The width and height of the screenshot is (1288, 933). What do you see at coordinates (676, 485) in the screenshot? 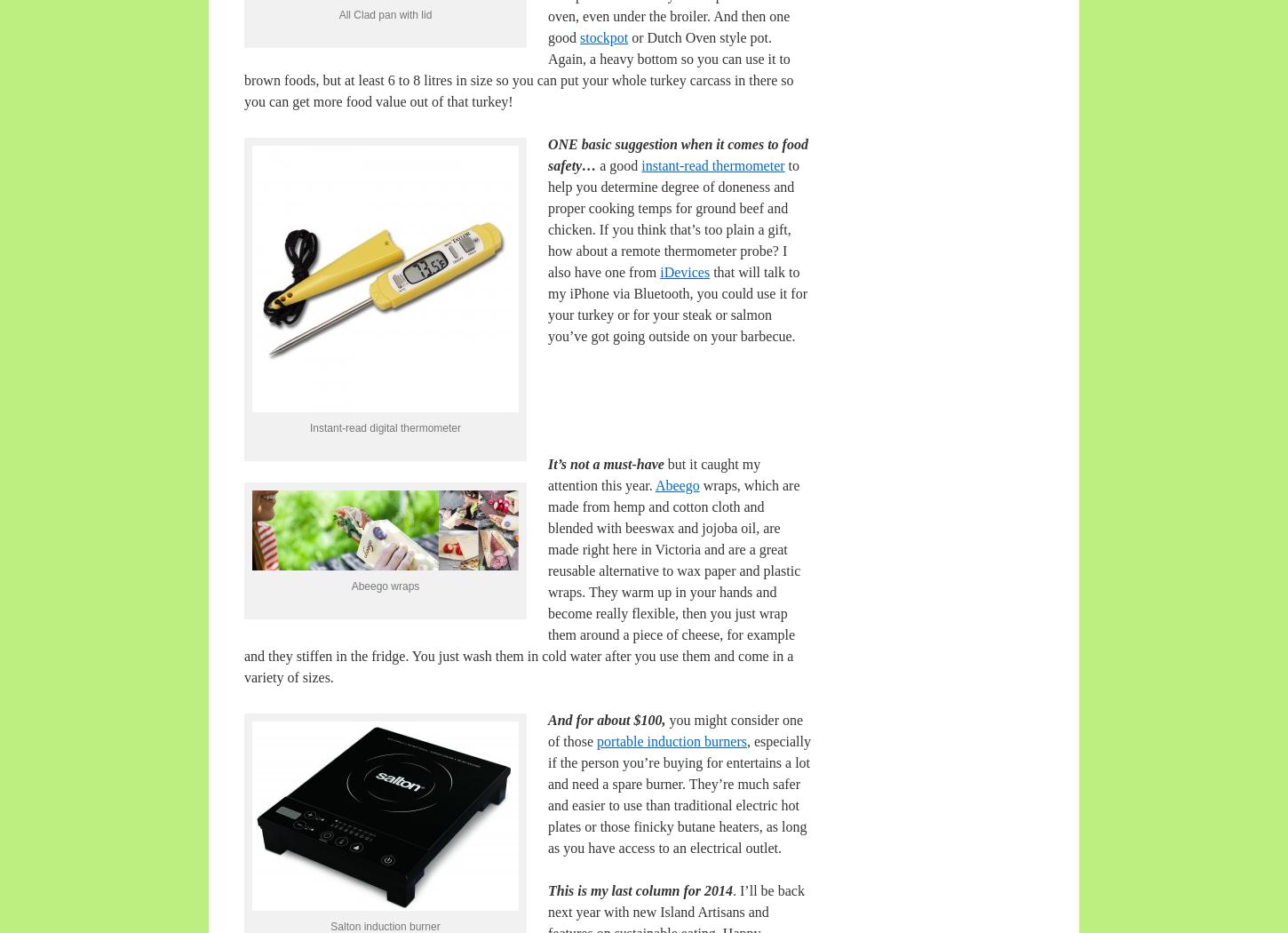
I see `'Abeego'` at bounding box center [676, 485].